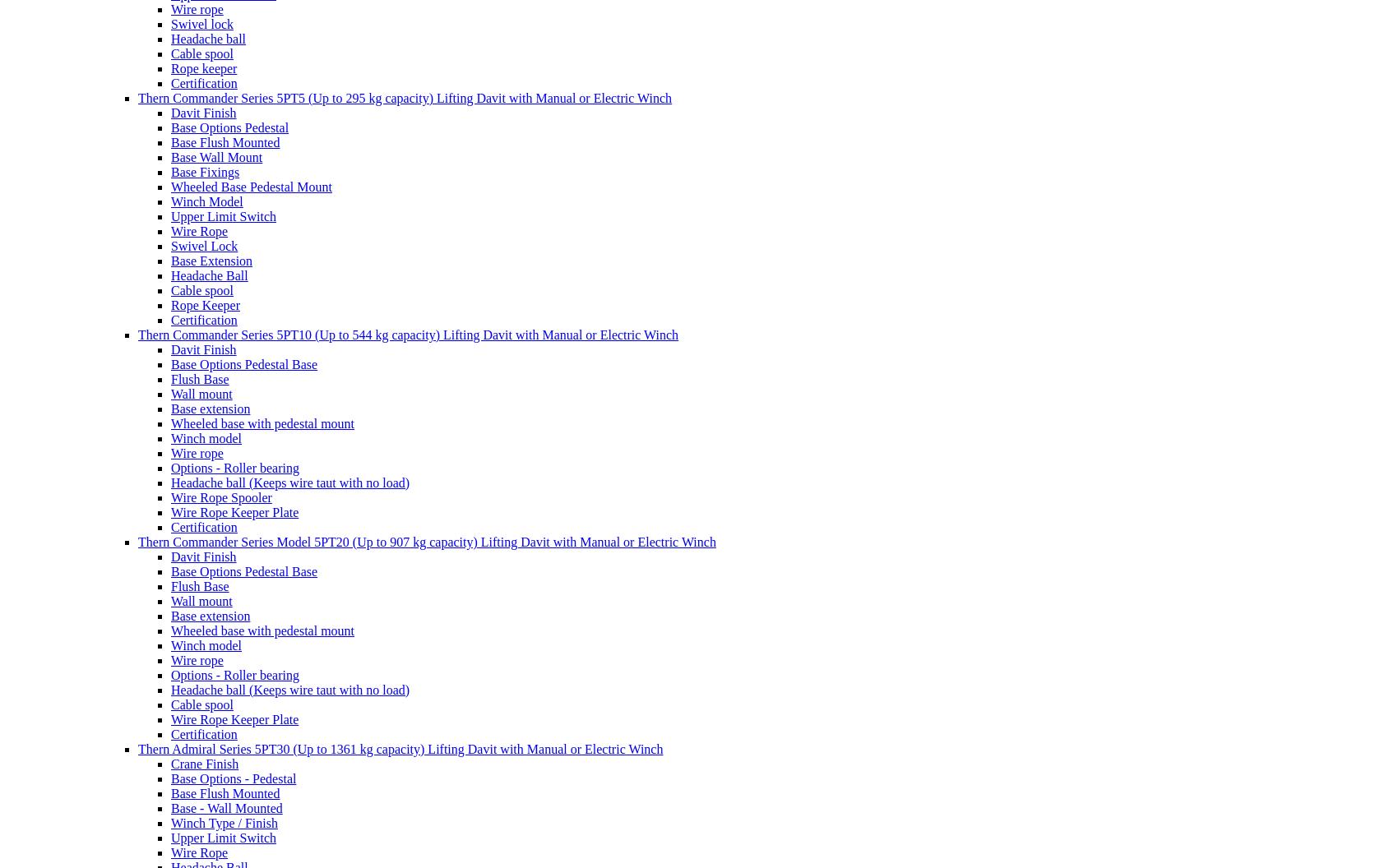 This screenshot has height=868, width=1398. Describe the element at coordinates (137, 747) in the screenshot. I see `'Thern Admiral Series 5PT30 (Up to 1361 kg capacity) Lifting Davit with Manual or Electric Winch'` at that location.